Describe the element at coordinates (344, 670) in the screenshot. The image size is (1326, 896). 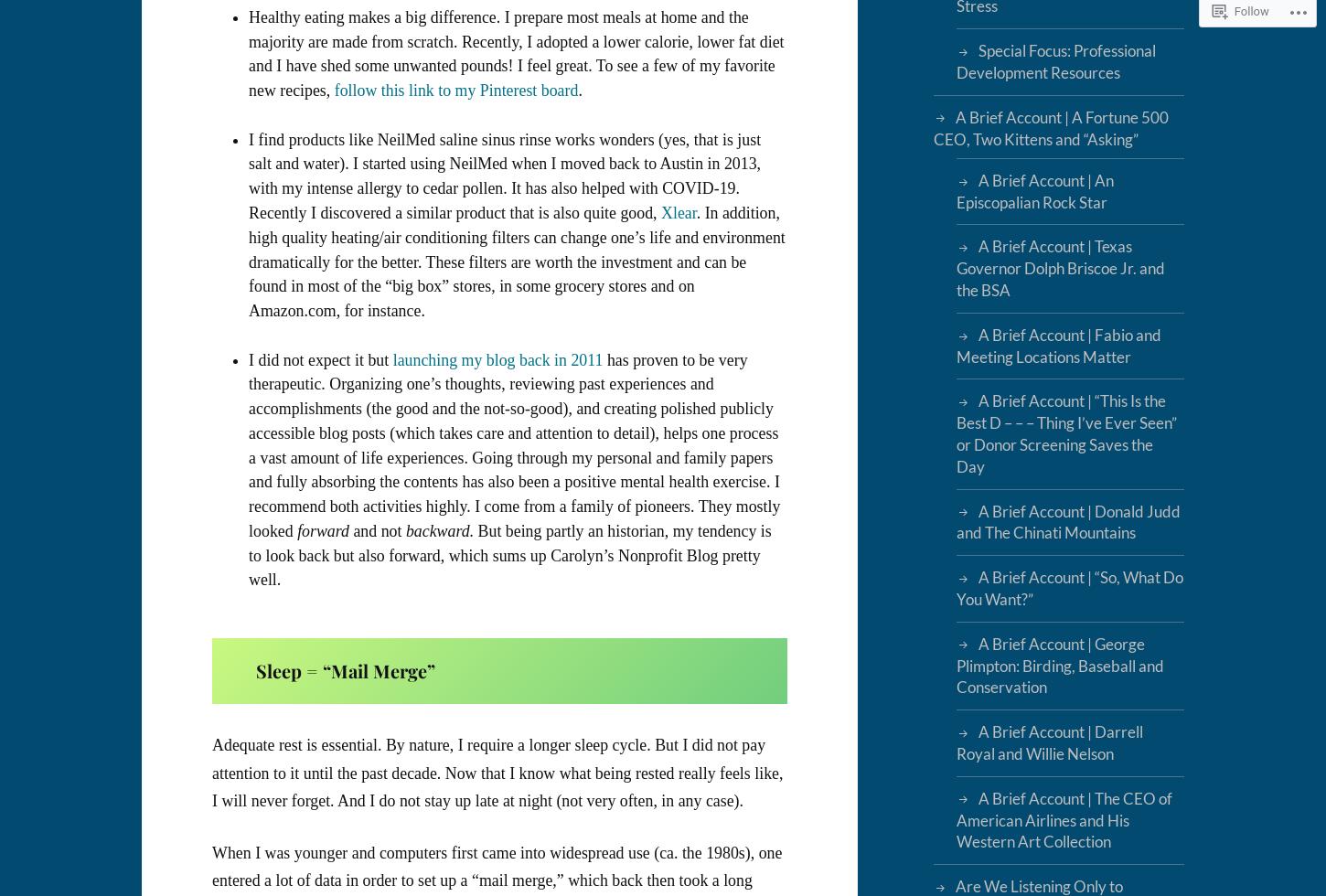
I see `'Sleep = “Mail Merge”'` at that location.